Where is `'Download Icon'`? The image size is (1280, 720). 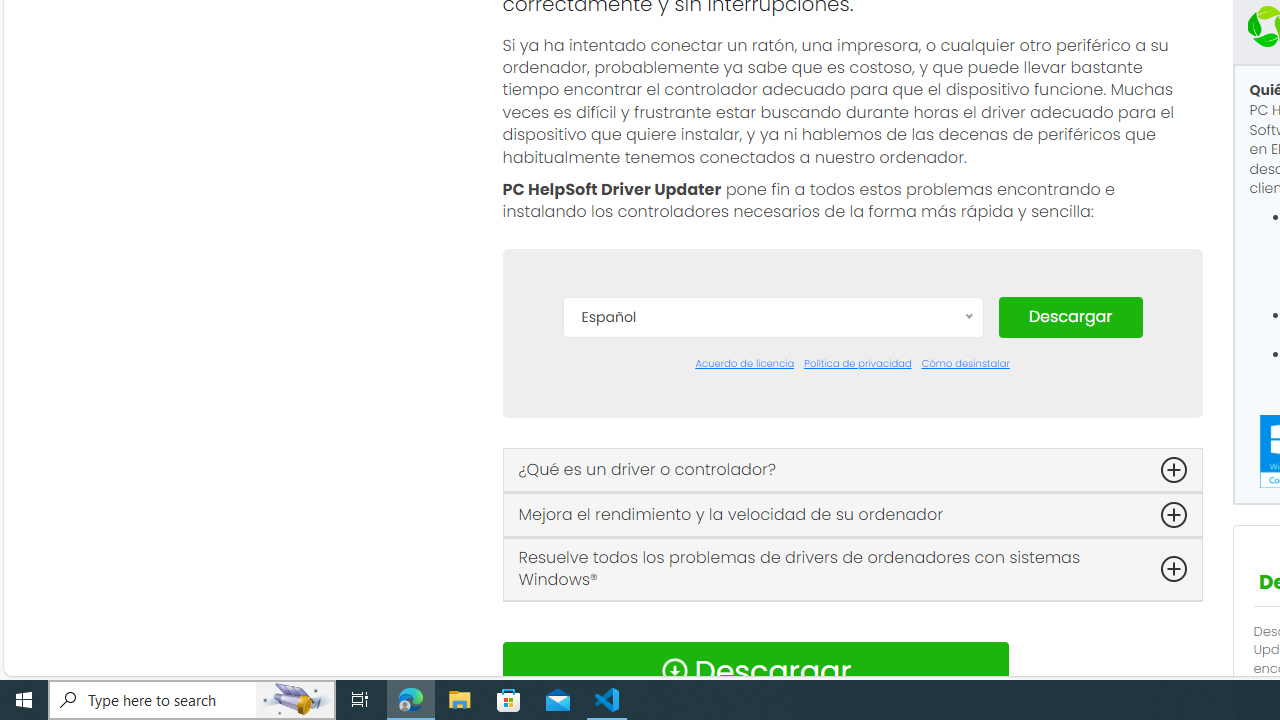 'Download Icon' is located at coordinates (674, 671).